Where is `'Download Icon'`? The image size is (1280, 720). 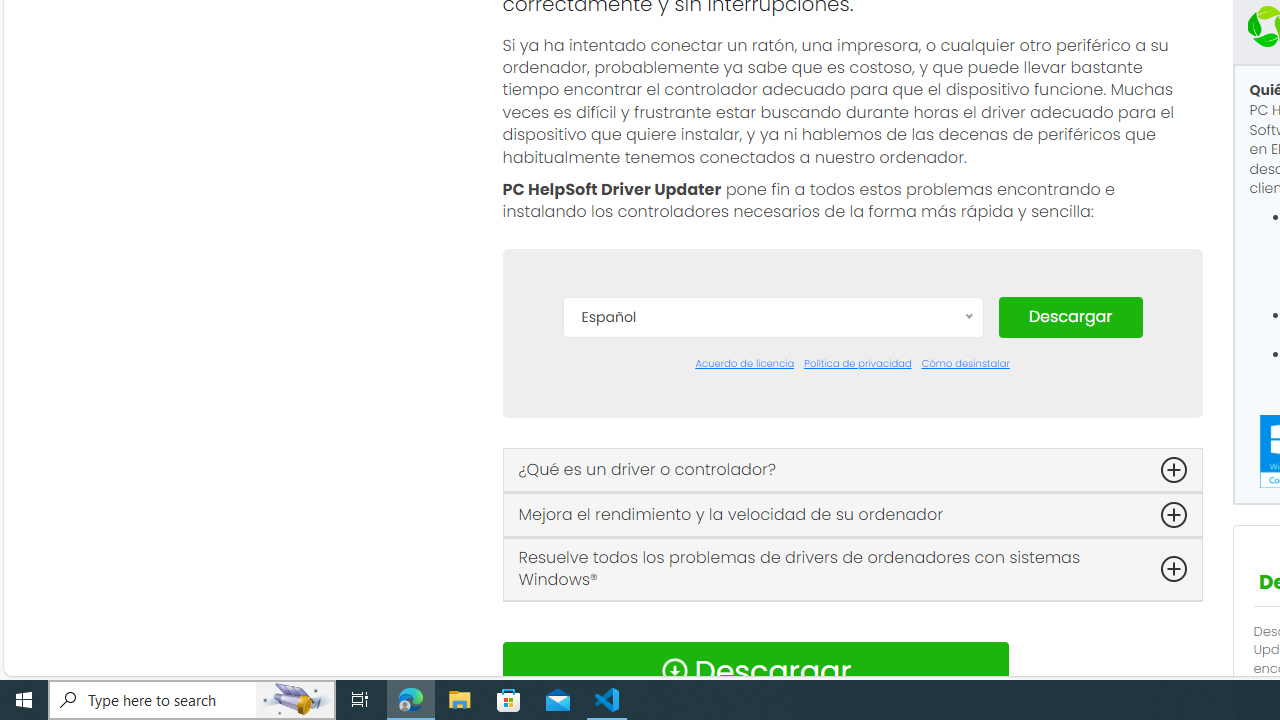 'Download Icon' is located at coordinates (674, 671).